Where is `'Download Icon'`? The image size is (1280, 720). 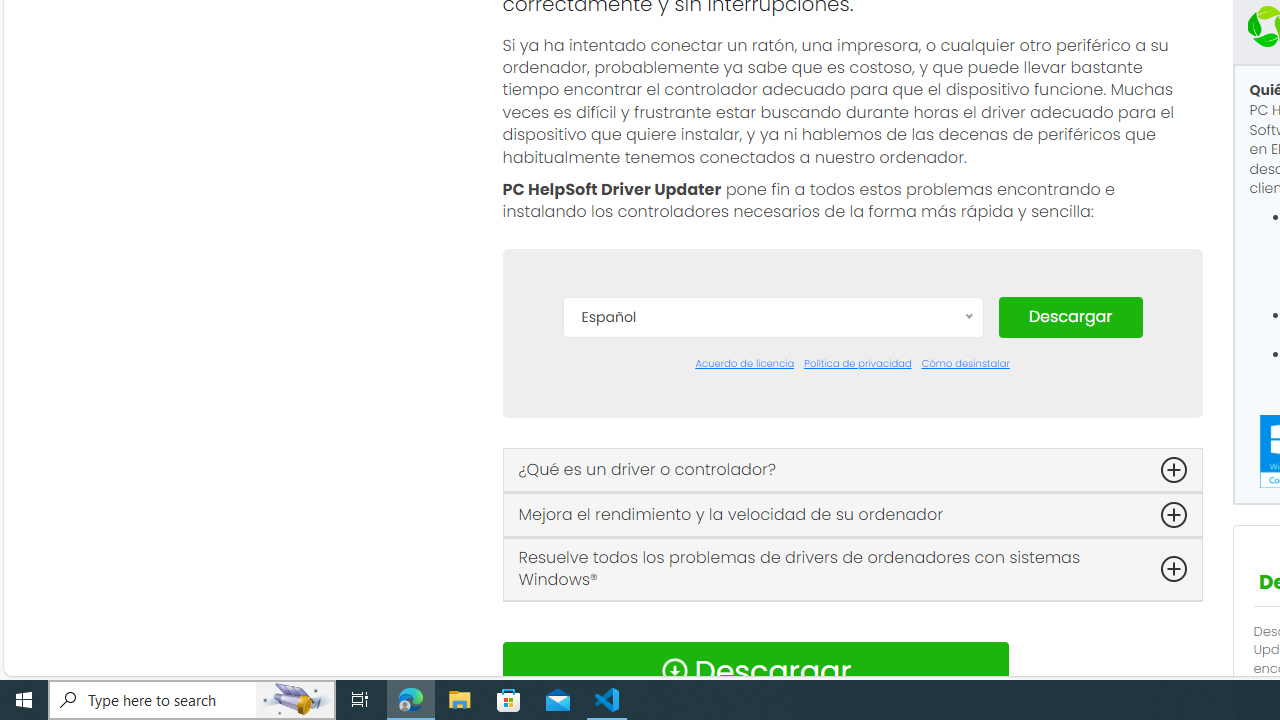 'Download Icon' is located at coordinates (674, 671).